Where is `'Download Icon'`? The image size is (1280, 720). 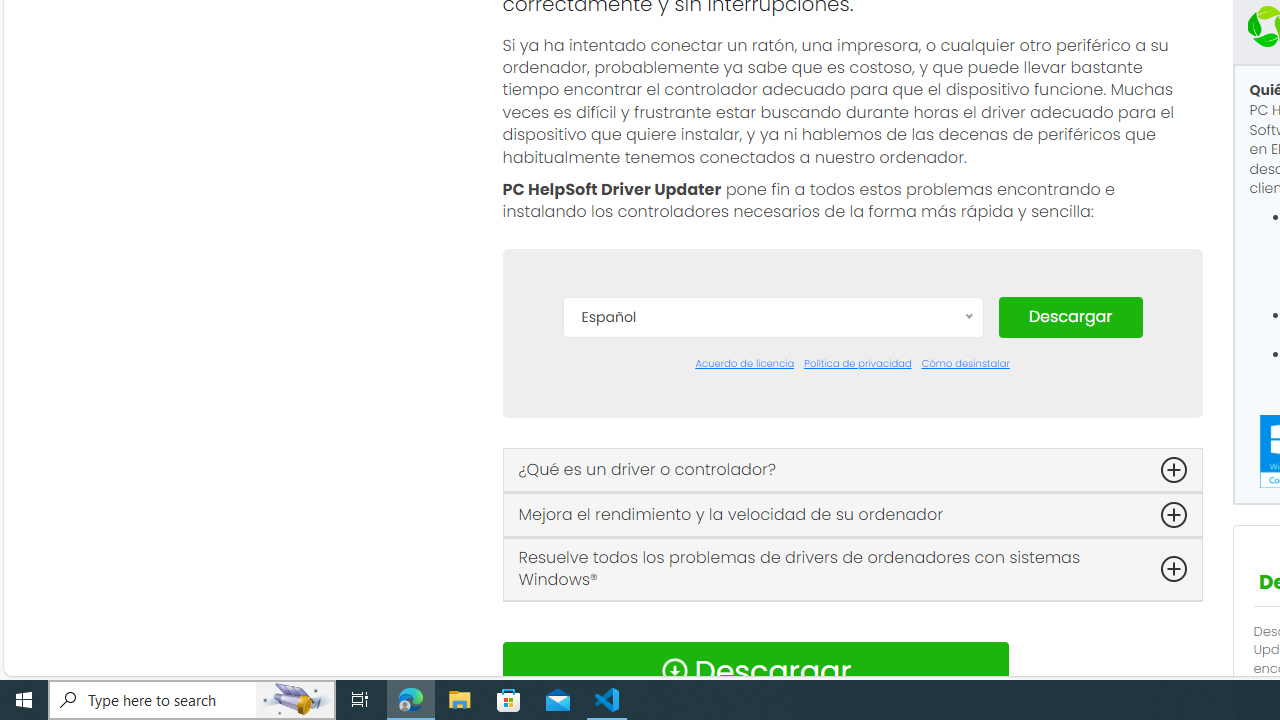 'Download Icon' is located at coordinates (674, 671).